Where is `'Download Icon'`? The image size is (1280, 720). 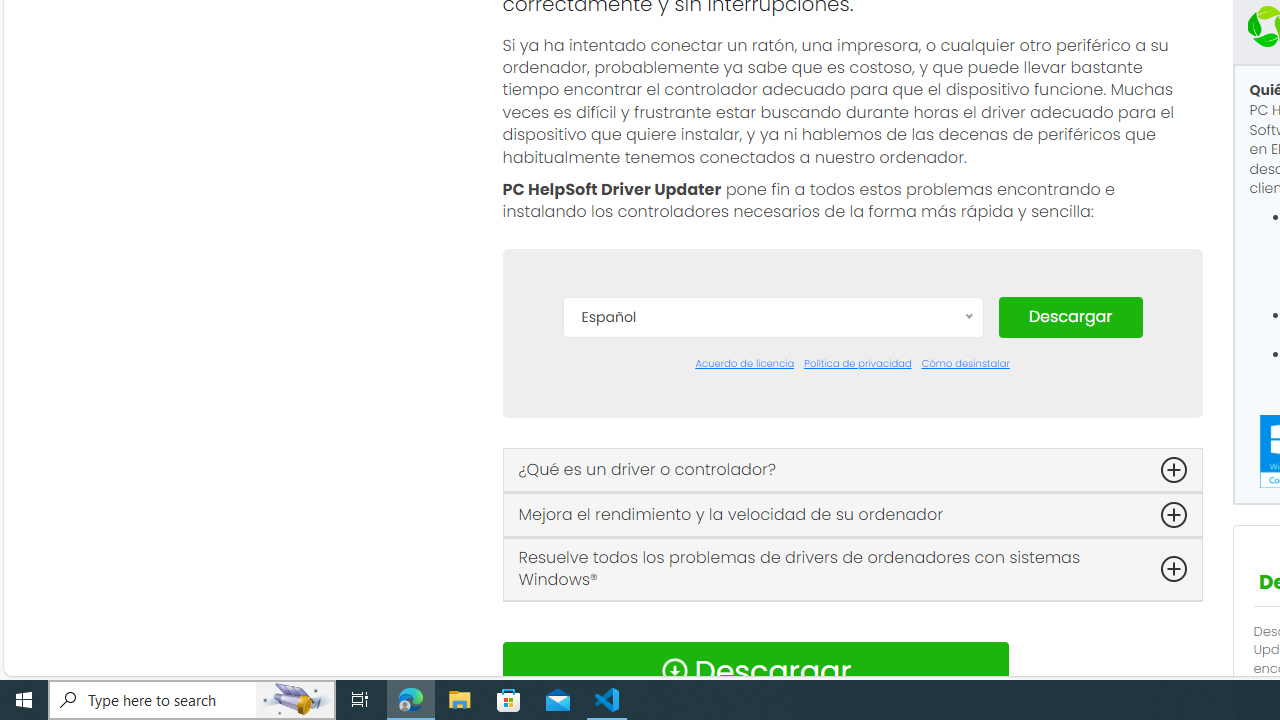 'Download Icon' is located at coordinates (674, 671).